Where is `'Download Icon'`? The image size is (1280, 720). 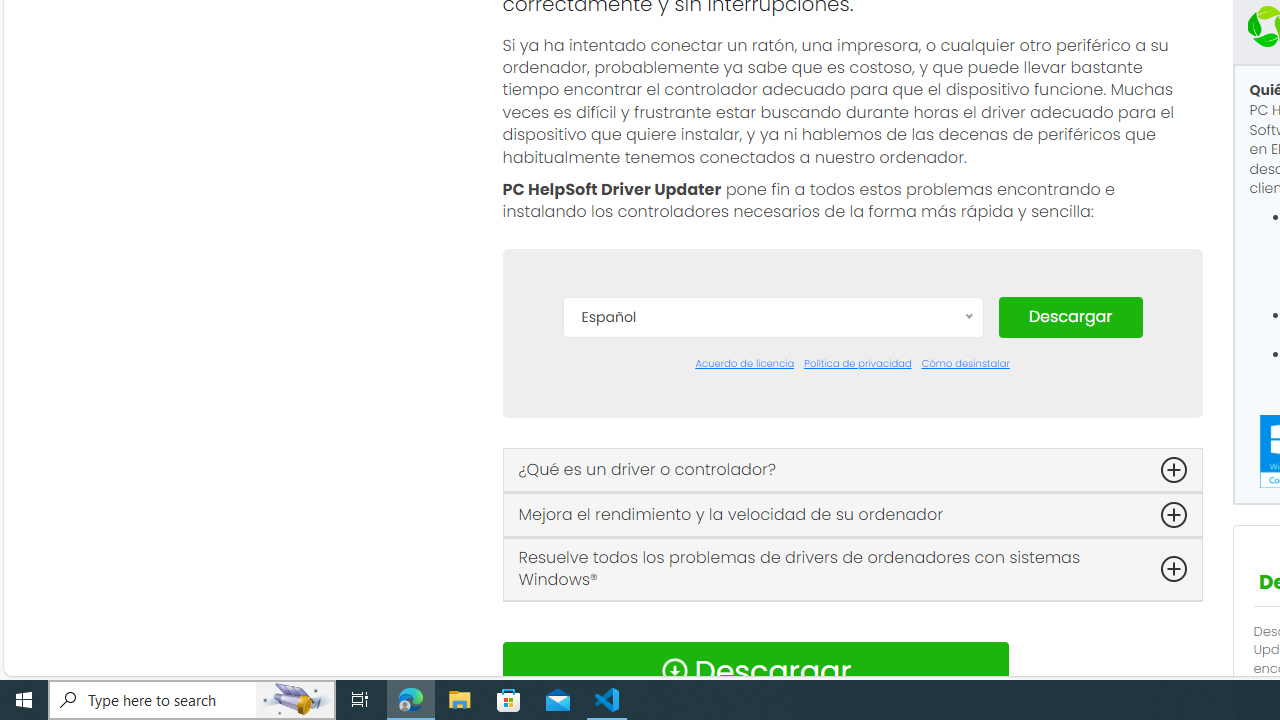 'Download Icon' is located at coordinates (674, 671).